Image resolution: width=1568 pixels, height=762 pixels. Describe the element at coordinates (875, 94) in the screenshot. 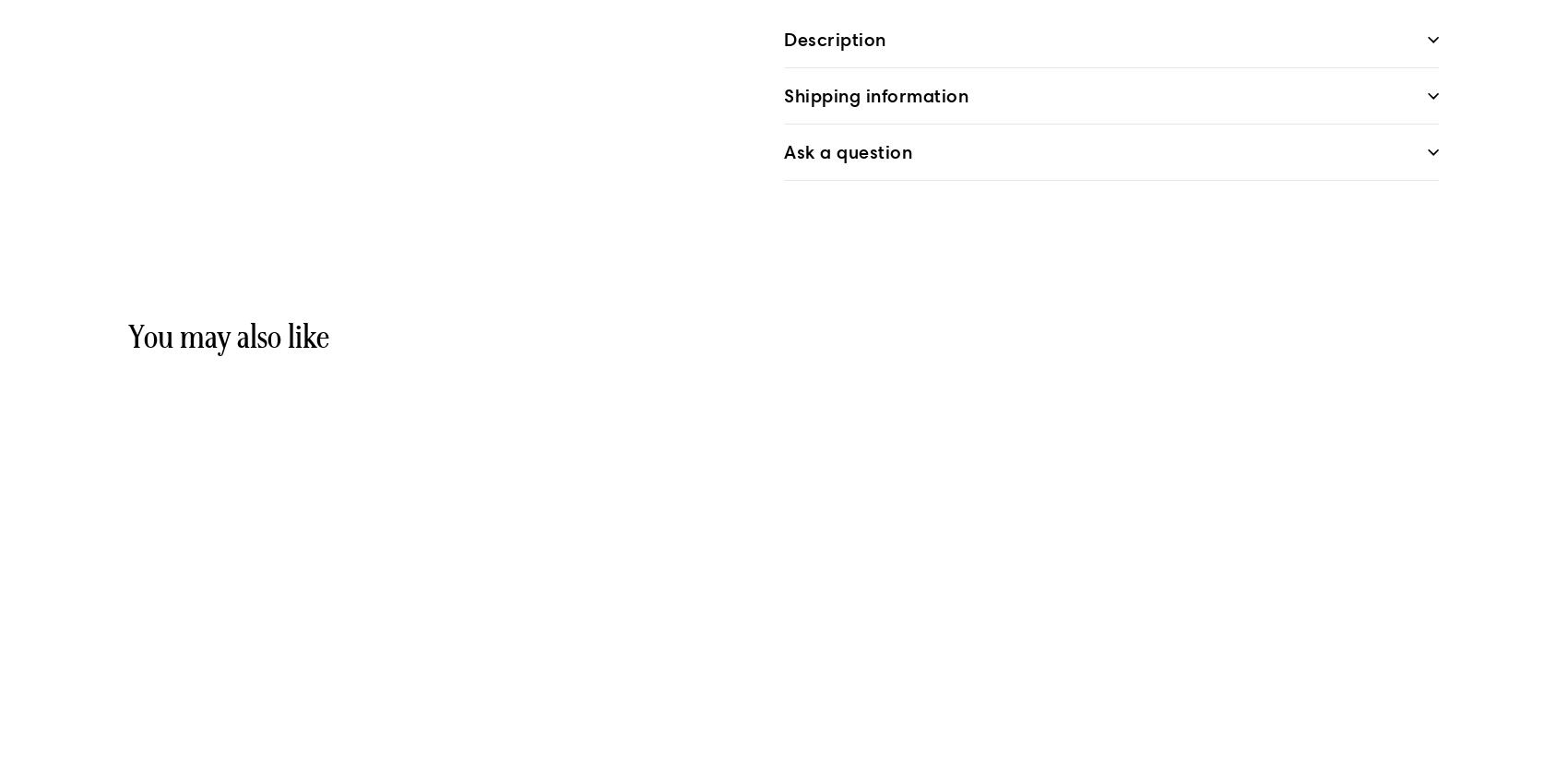

I see `'Shipping information'` at that location.